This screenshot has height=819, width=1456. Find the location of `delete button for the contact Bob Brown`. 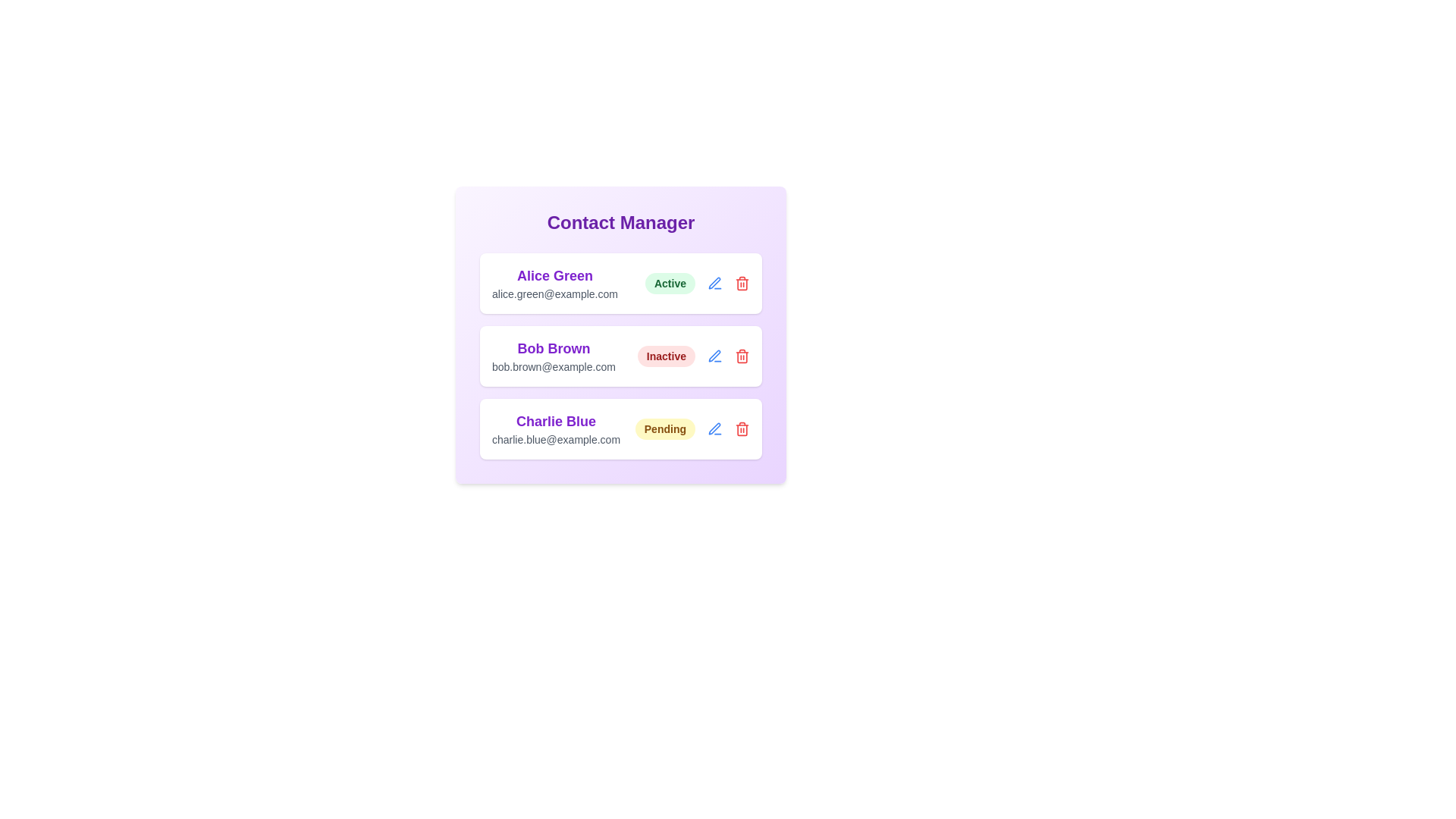

delete button for the contact Bob Brown is located at coordinates (742, 356).